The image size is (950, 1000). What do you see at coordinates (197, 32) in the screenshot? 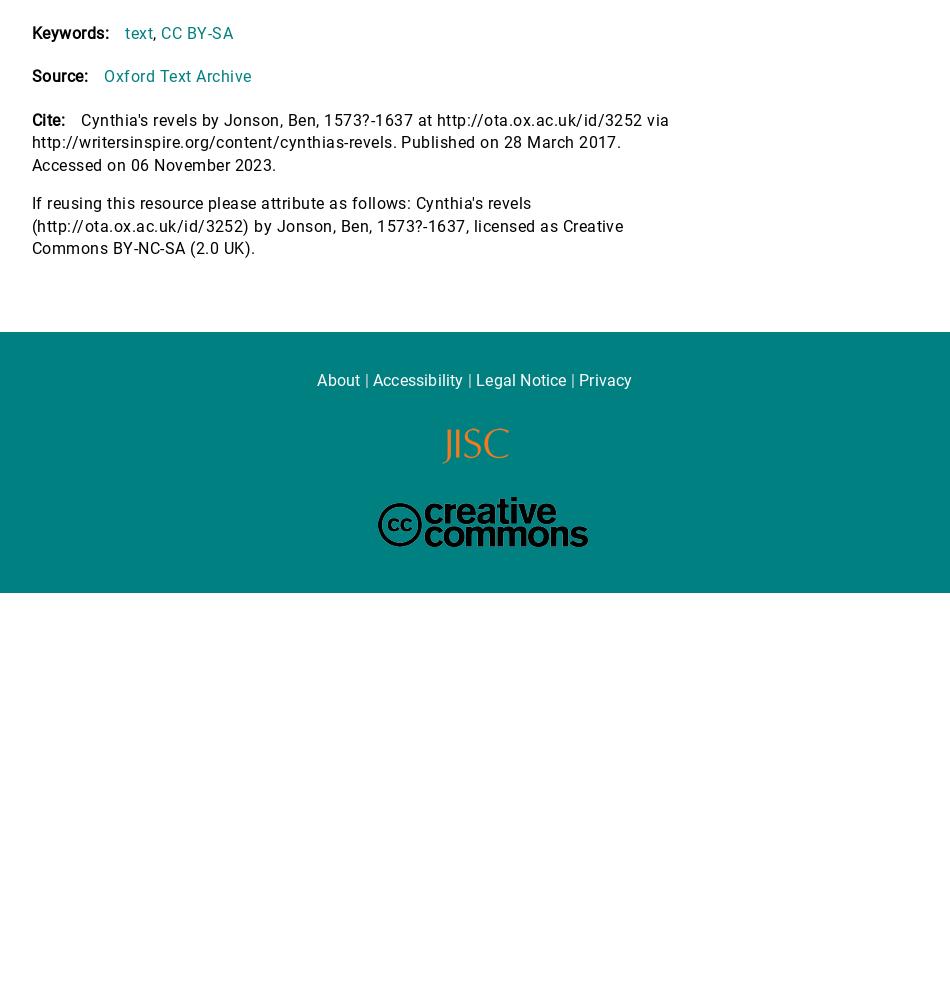
I see `'CC BY-SA'` at bounding box center [197, 32].